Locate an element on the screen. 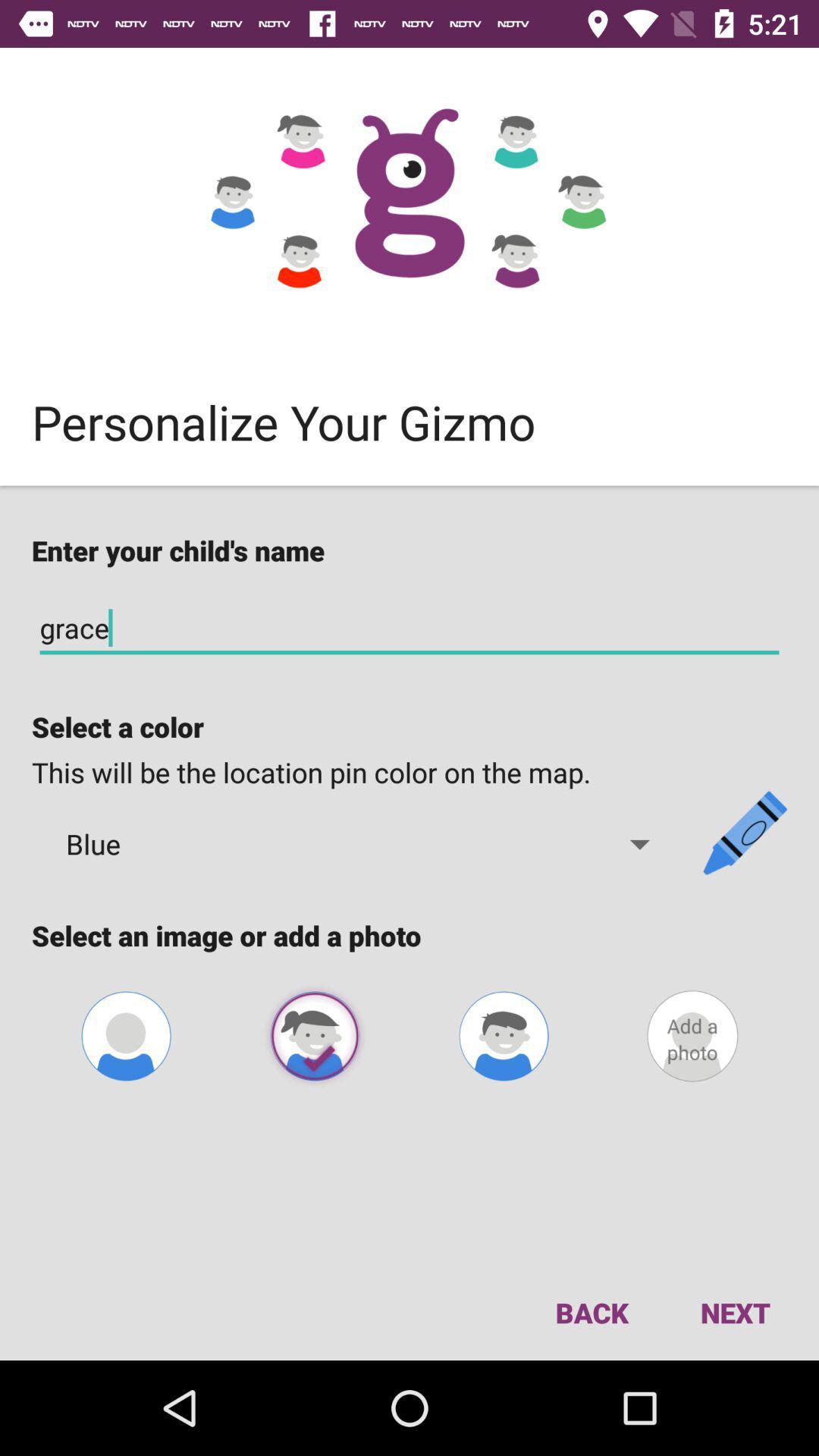  the avatar icon is located at coordinates (125, 1035).